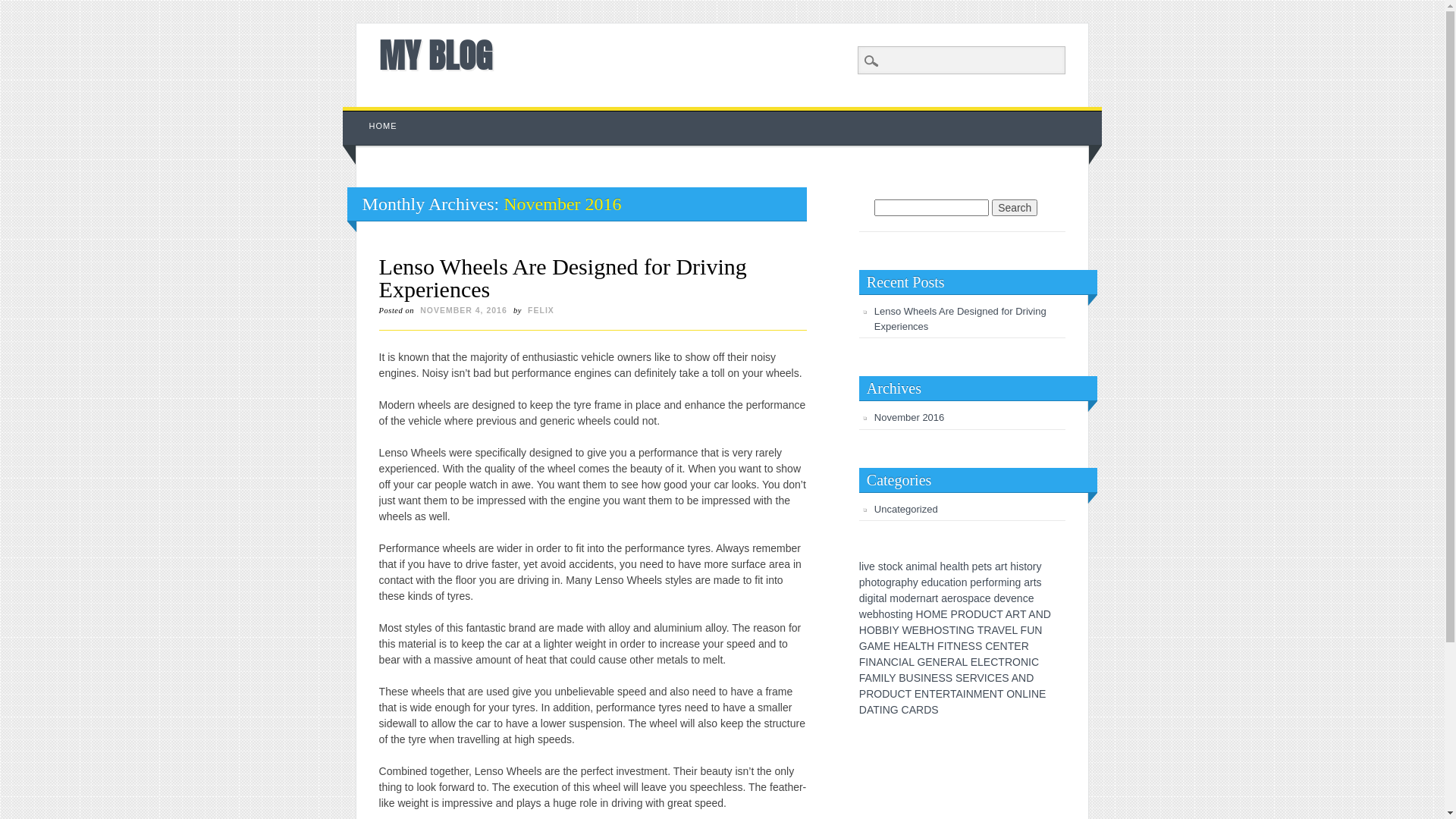 This screenshot has width=1456, height=819. I want to click on 'R', so click(987, 629).